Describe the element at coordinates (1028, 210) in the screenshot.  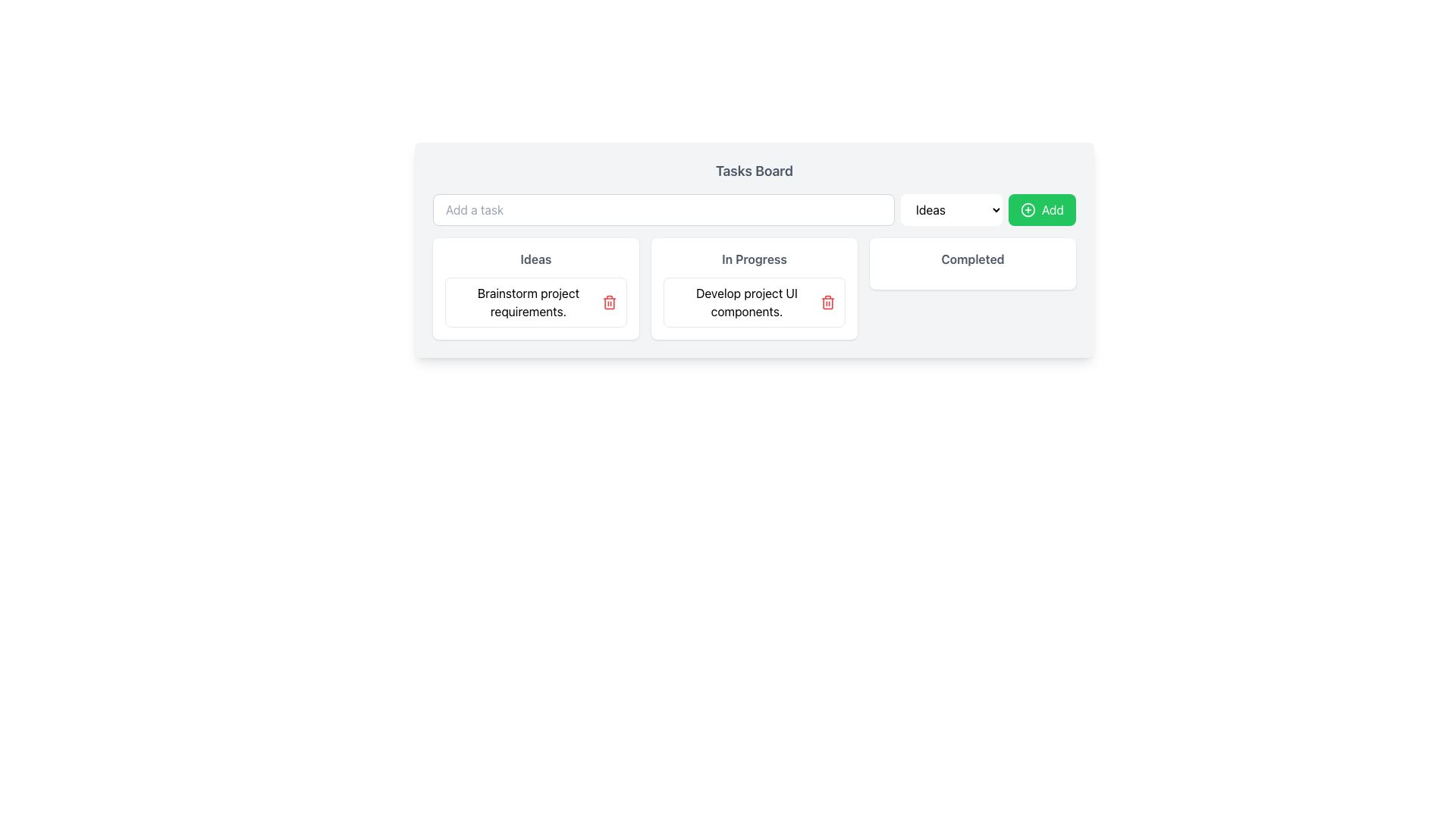
I see `the circular '+' icon located in the top-right corner of the task board interface to initiate the 'Add' action` at that location.